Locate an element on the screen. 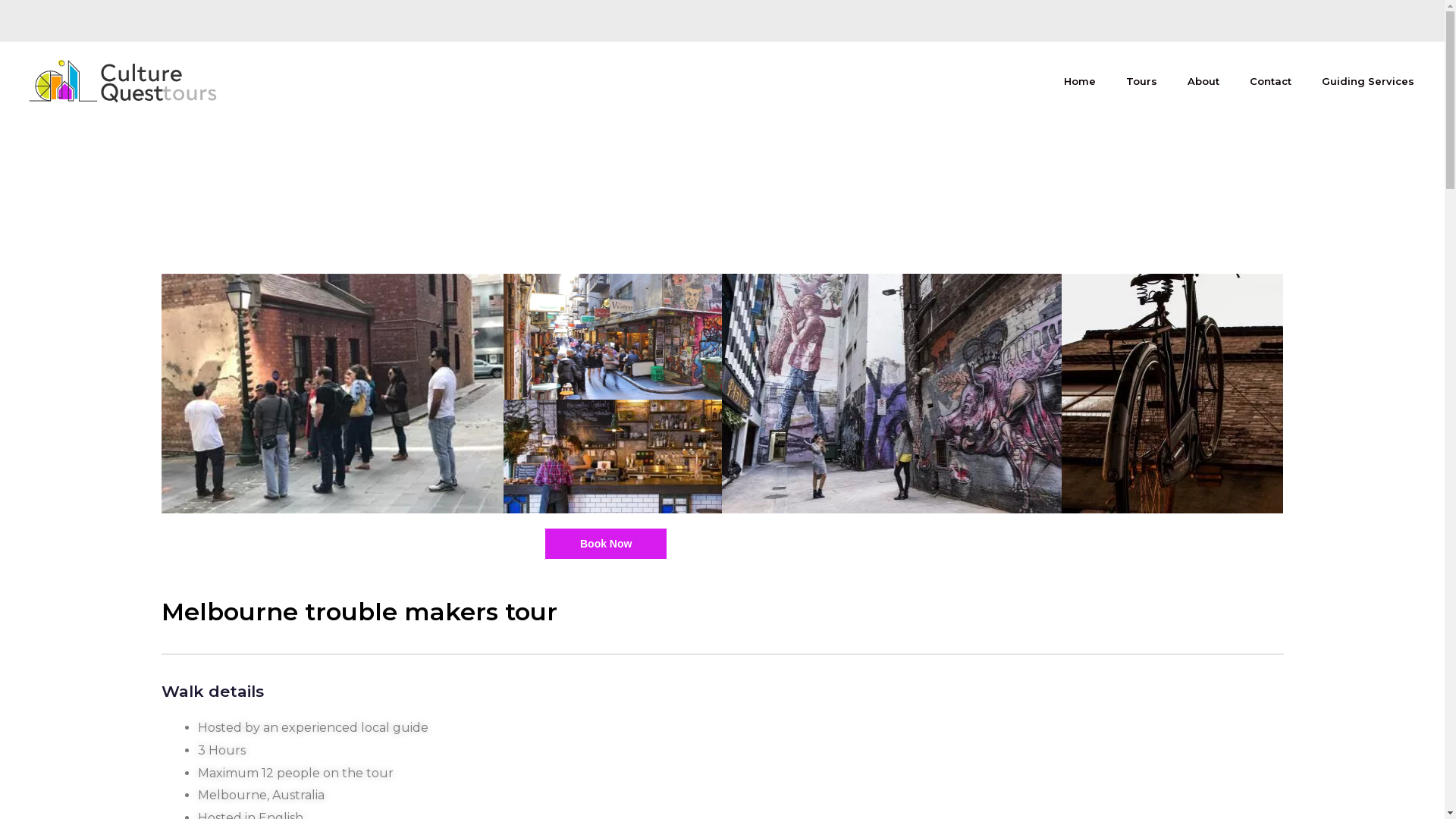 The image size is (1456, 819). 'Home' is located at coordinates (1079, 81).